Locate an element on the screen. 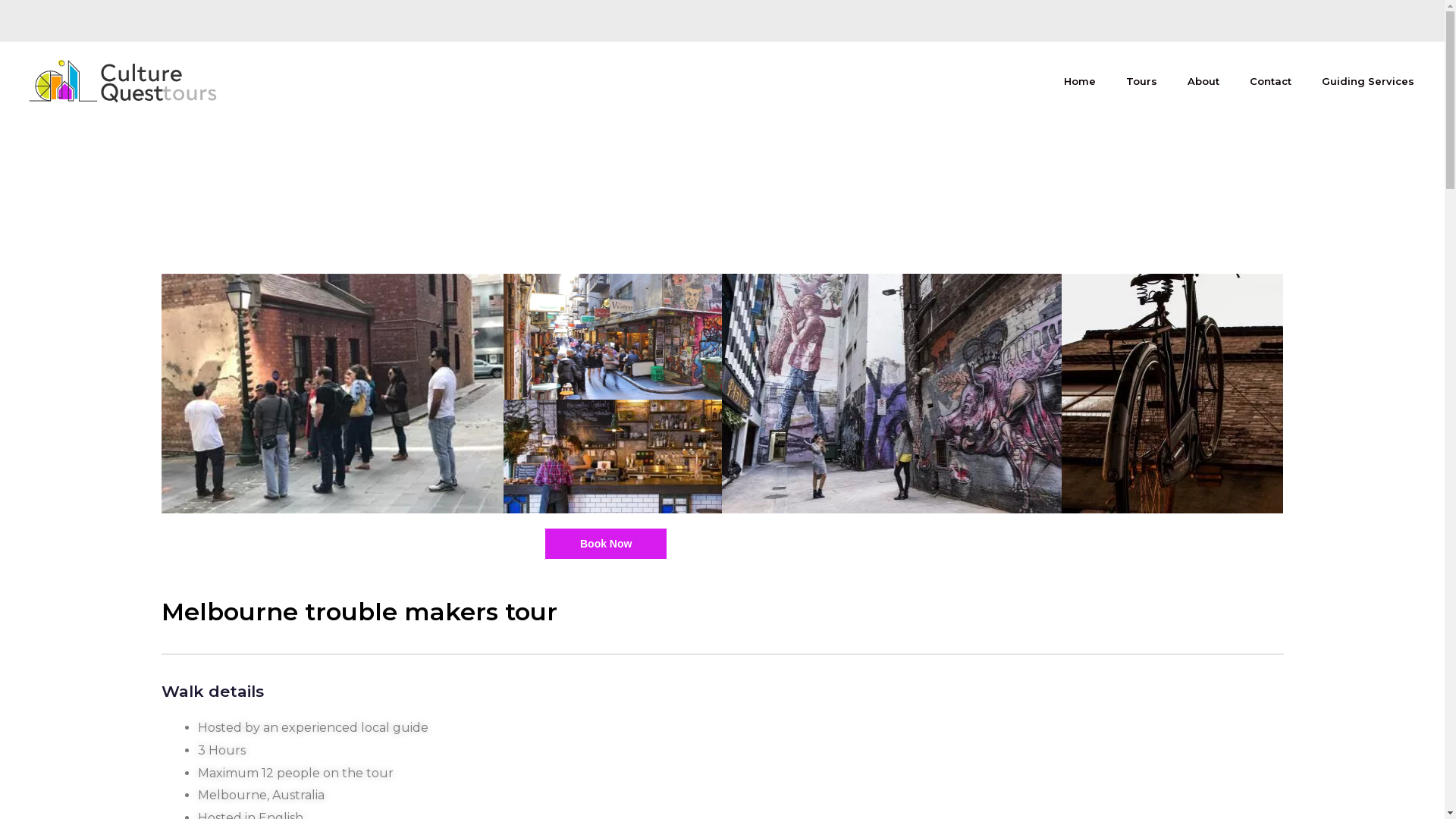 The image size is (1456, 819). 'Home' is located at coordinates (1079, 81).